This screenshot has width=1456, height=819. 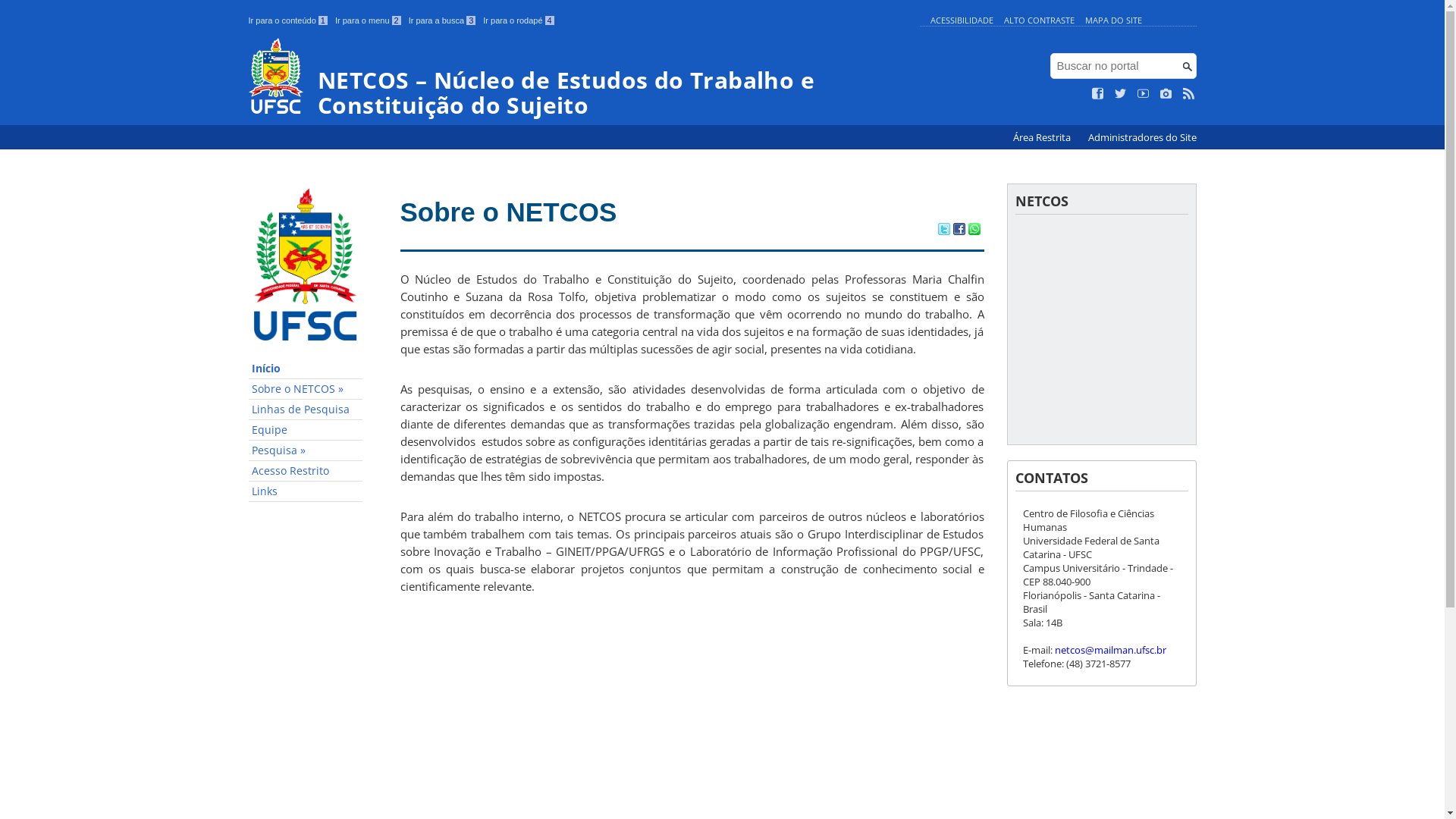 I want to click on 'ACESSIBILIDADE', so click(x=960, y=20).